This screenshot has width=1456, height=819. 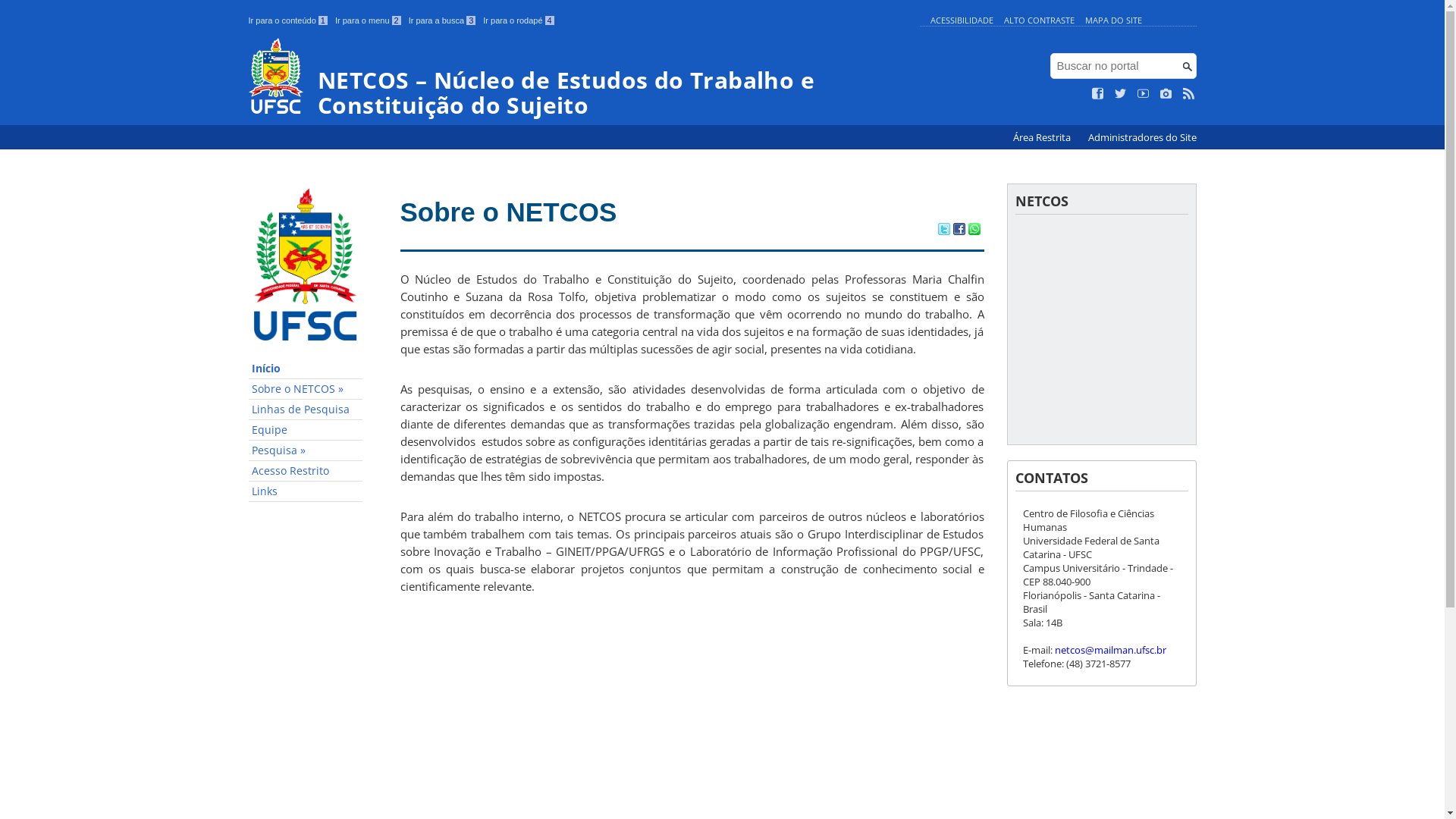 I want to click on 'ACESSIBILIDADE', so click(x=960, y=20).